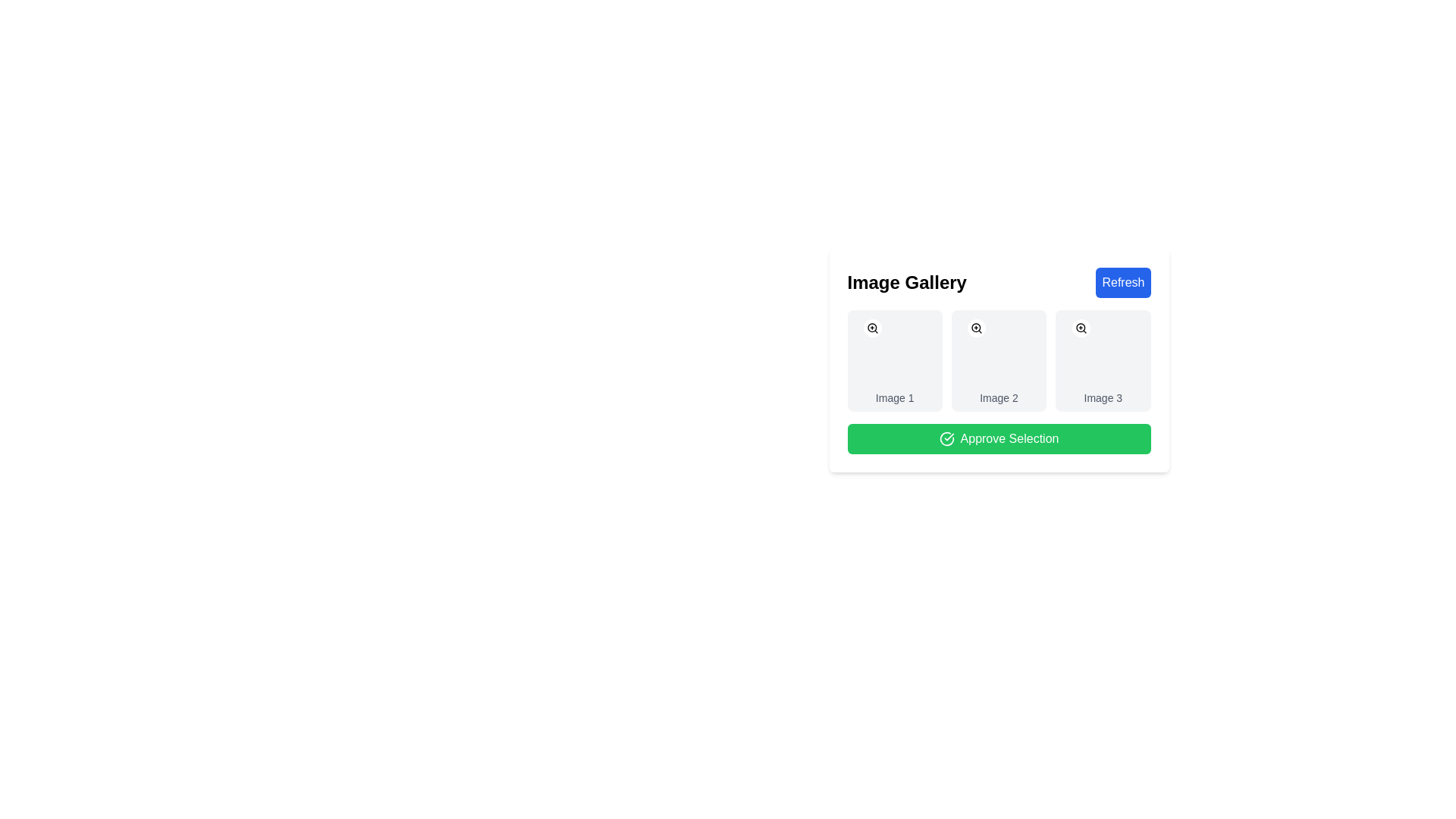 This screenshot has width=1456, height=819. Describe the element at coordinates (873, 327) in the screenshot. I see `the circular Icon Button with a white background and black magnifying glass icon located at the top-left corner of the thumbnail labeled 'Image 1'` at that location.